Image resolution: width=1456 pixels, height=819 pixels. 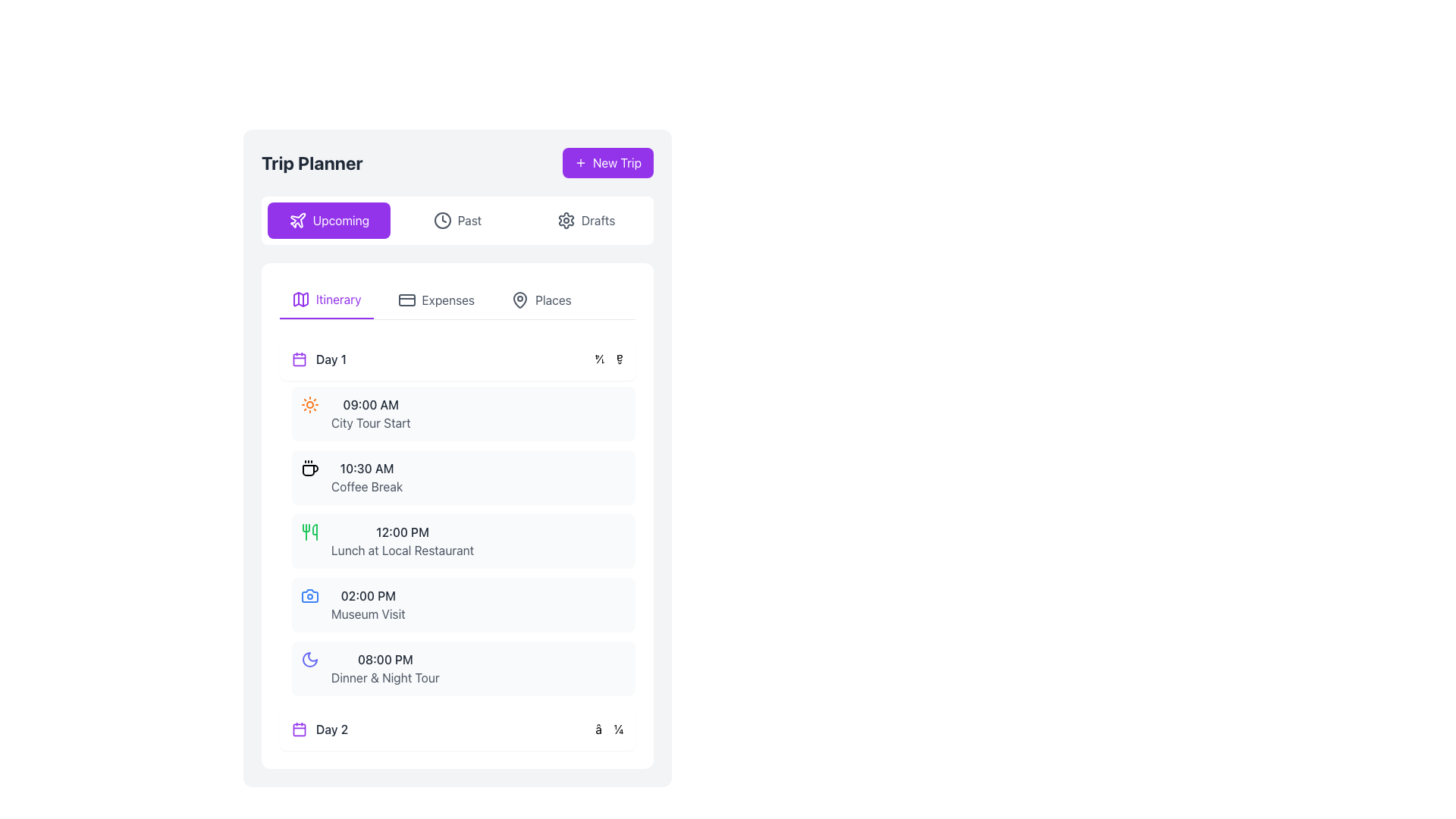 I want to click on the text label 'Museum Visit' which is styled in gray and appears below the time label '02:00 PM' in the 'Itinerary' section of the 'Trip Planner', so click(x=368, y=614).